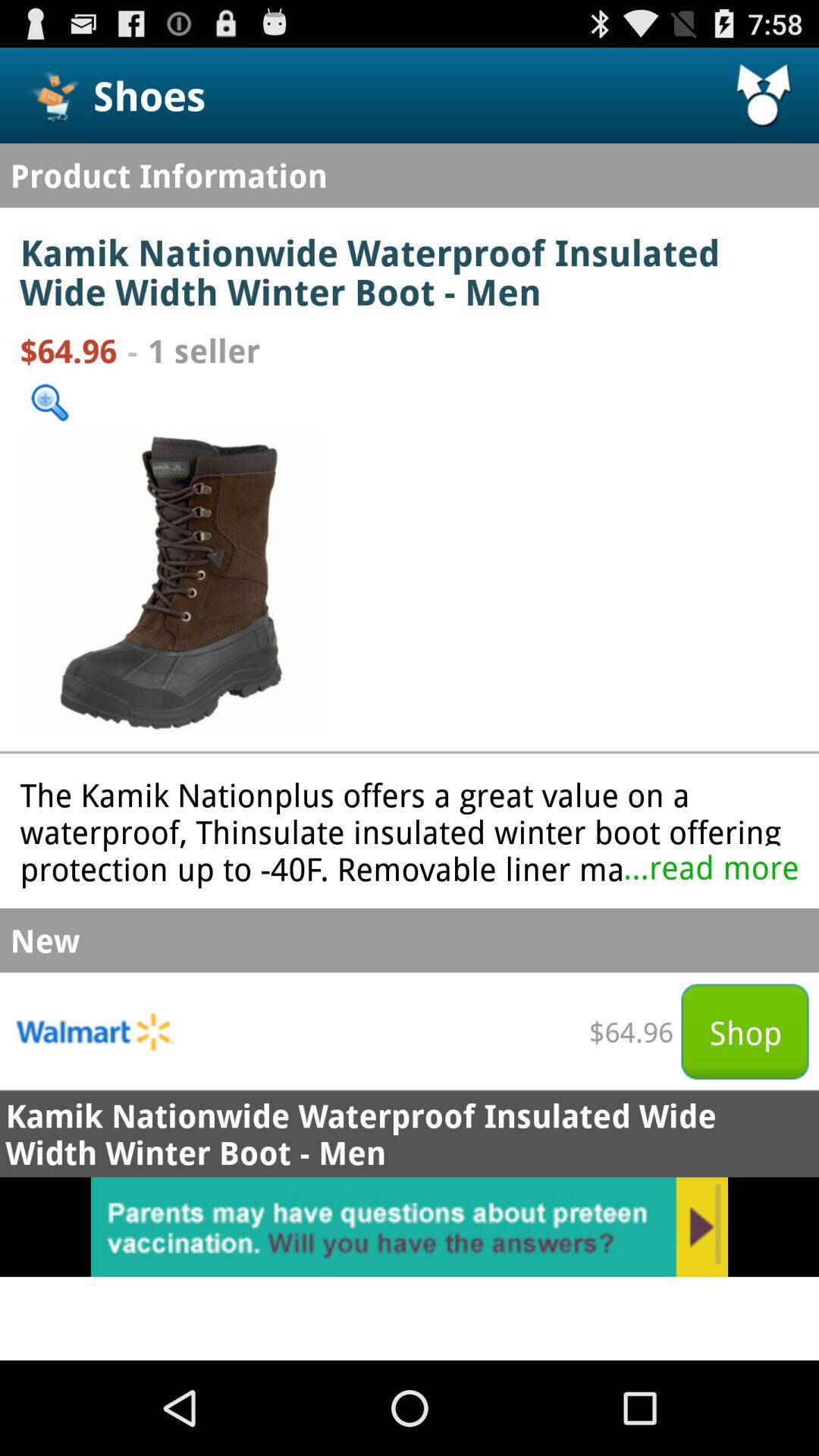  Describe the element at coordinates (409, 1227) in the screenshot. I see `advertisement` at that location.